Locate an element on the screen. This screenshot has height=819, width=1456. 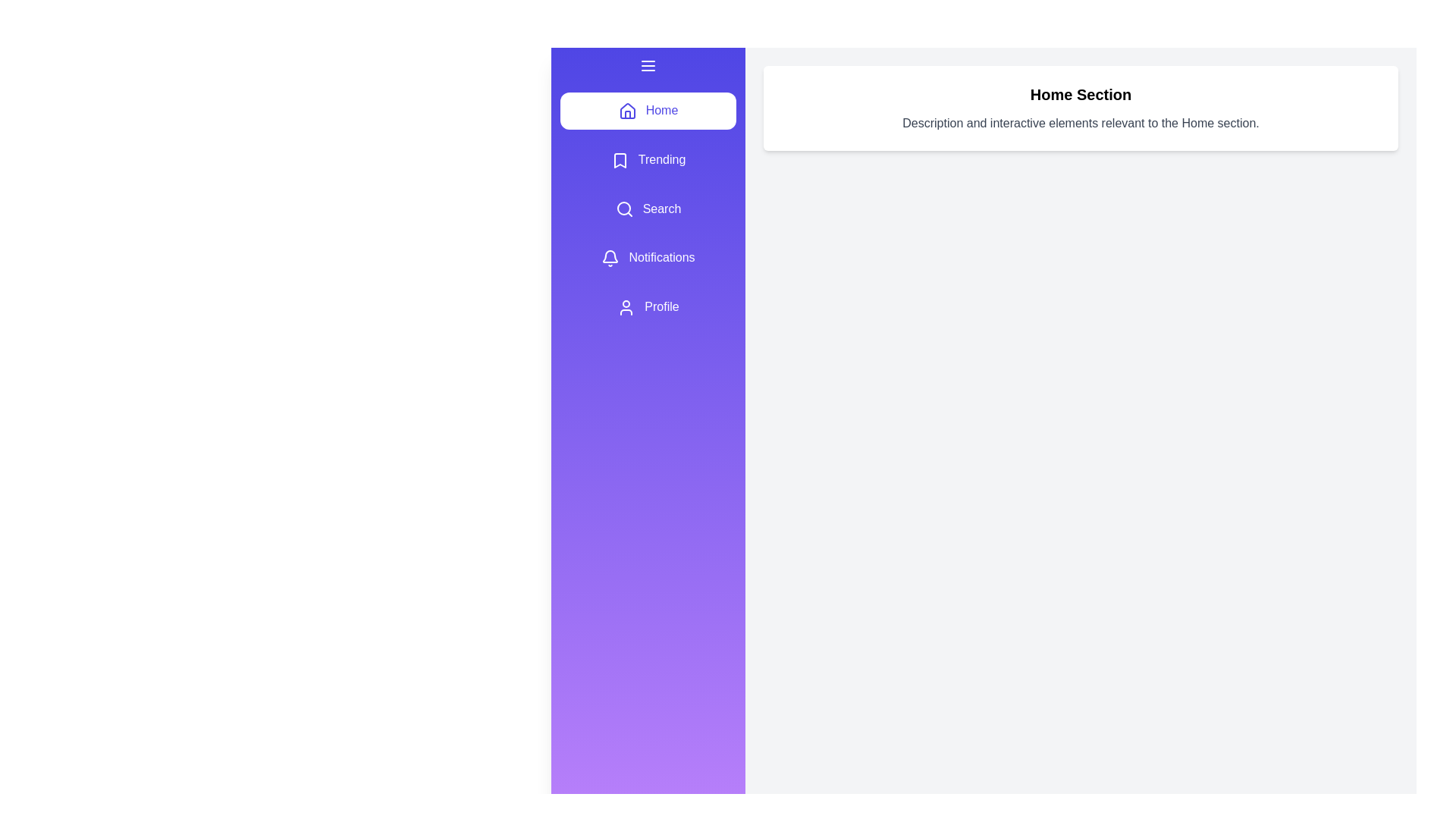
the navigation option labeled Notifications to observe the hover effect is located at coordinates (648, 257).